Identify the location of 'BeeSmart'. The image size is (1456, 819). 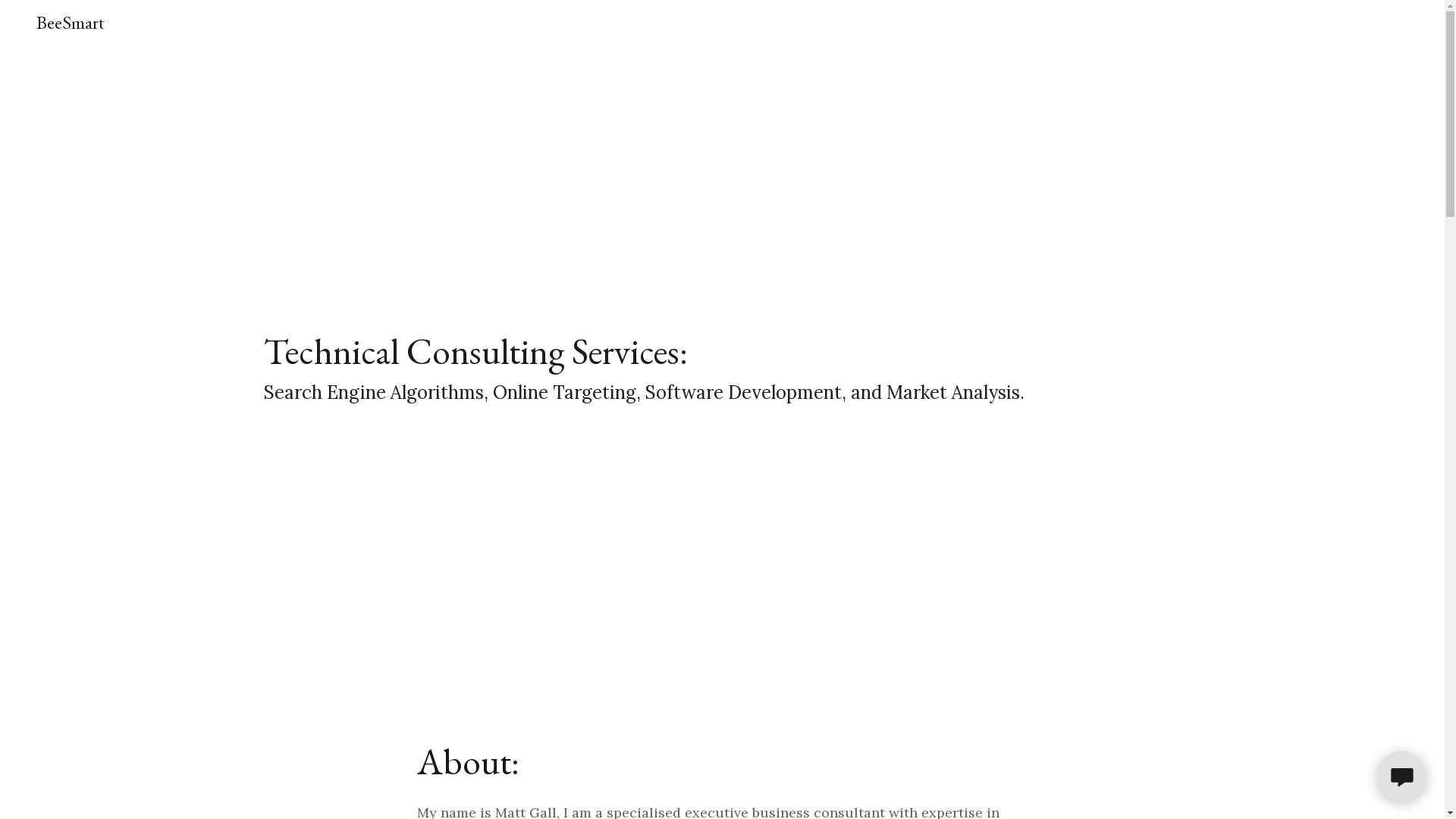
(69, 24).